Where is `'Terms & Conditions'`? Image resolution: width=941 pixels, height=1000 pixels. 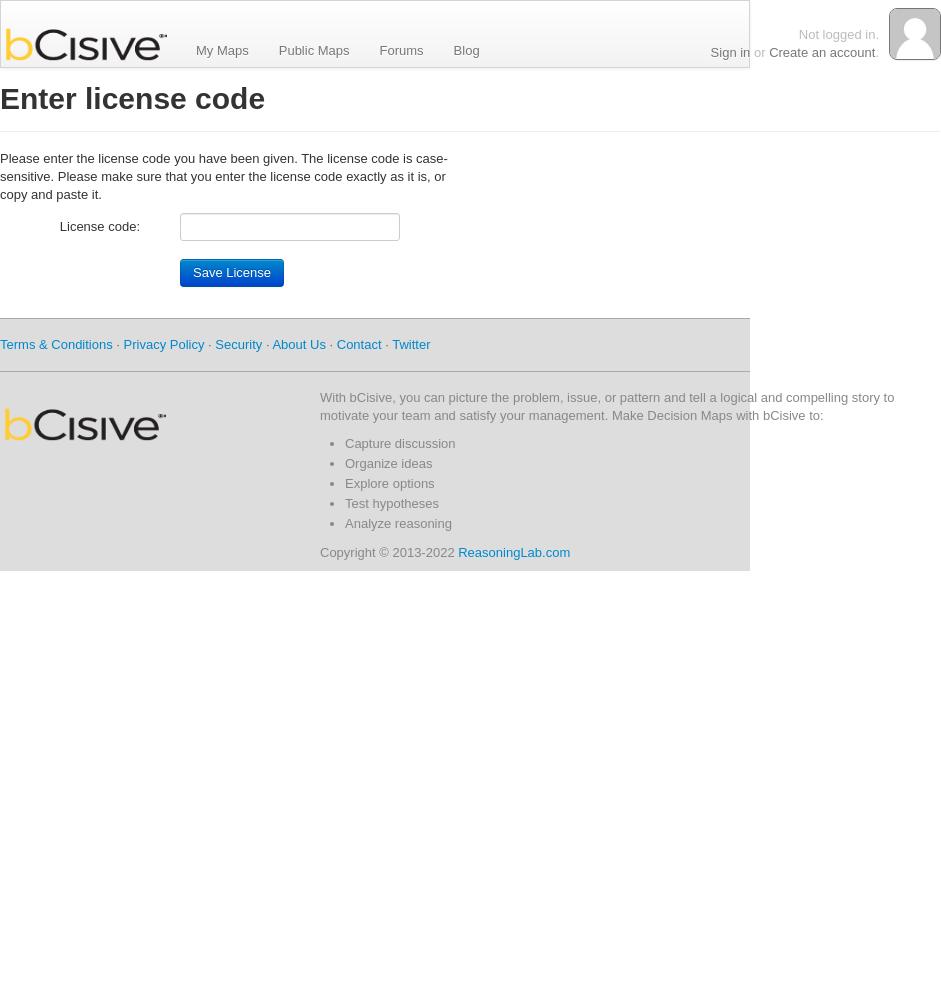
'Terms & Conditions' is located at coordinates (54, 343).